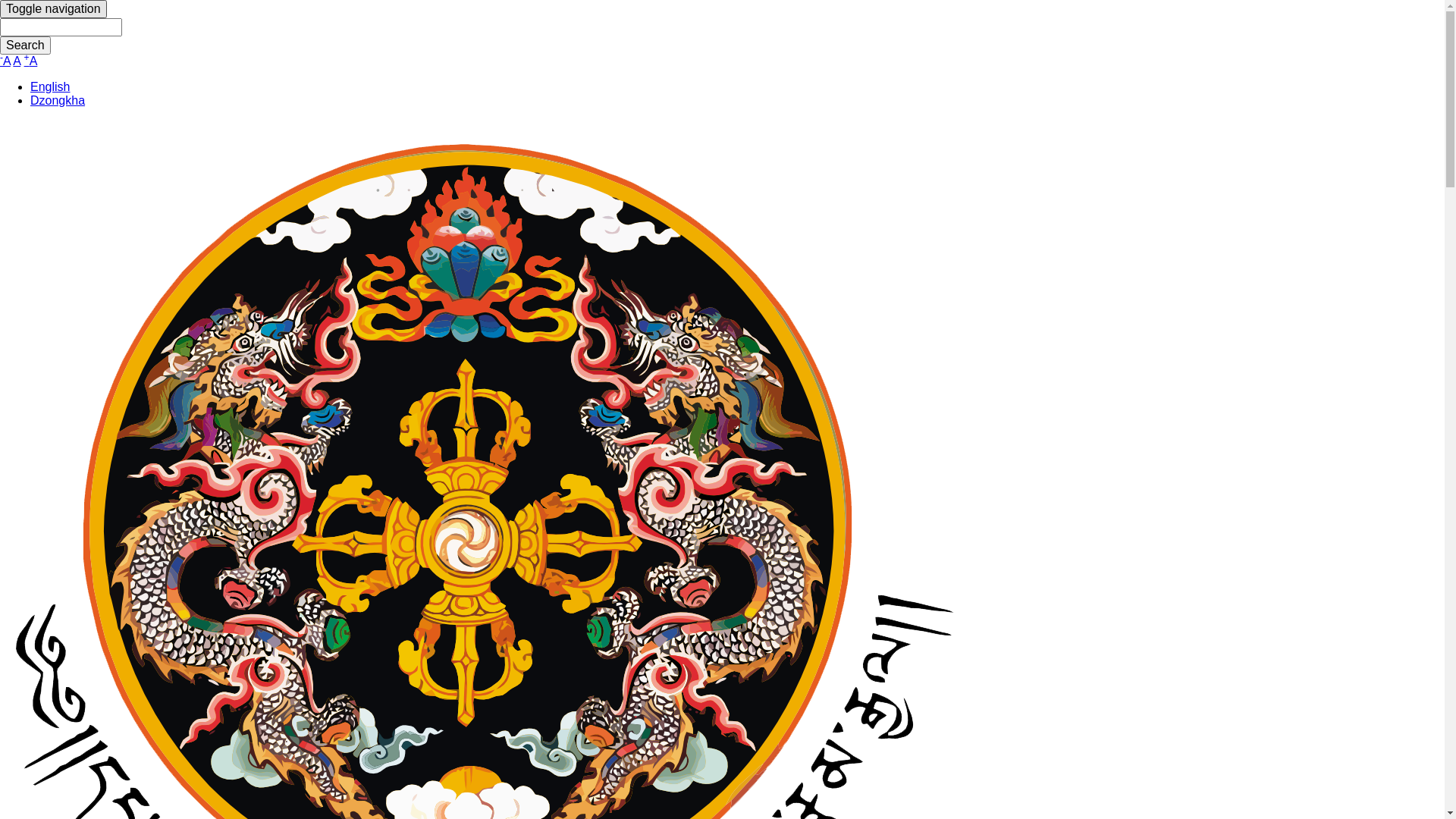 Image resolution: width=1456 pixels, height=819 pixels. I want to click on 'English', so click(50, 86).